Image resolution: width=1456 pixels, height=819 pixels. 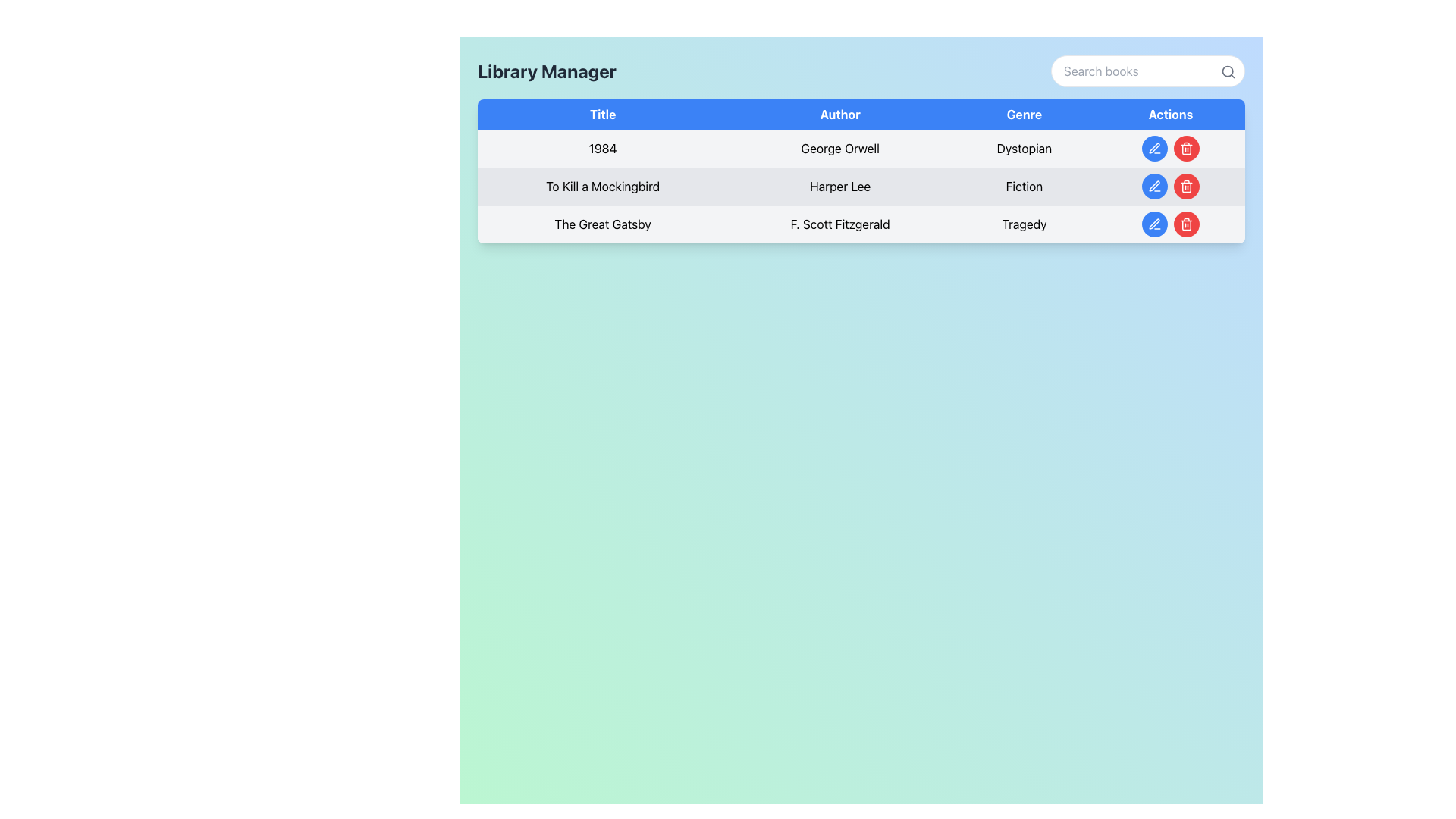 What do you see at coordinates (1153, 149) in the screenshot?
I see `the small pen icon with a blue circular background located in the 'Actions' column for the book '1984' in the table interface` at bounding box center [1153, 149].